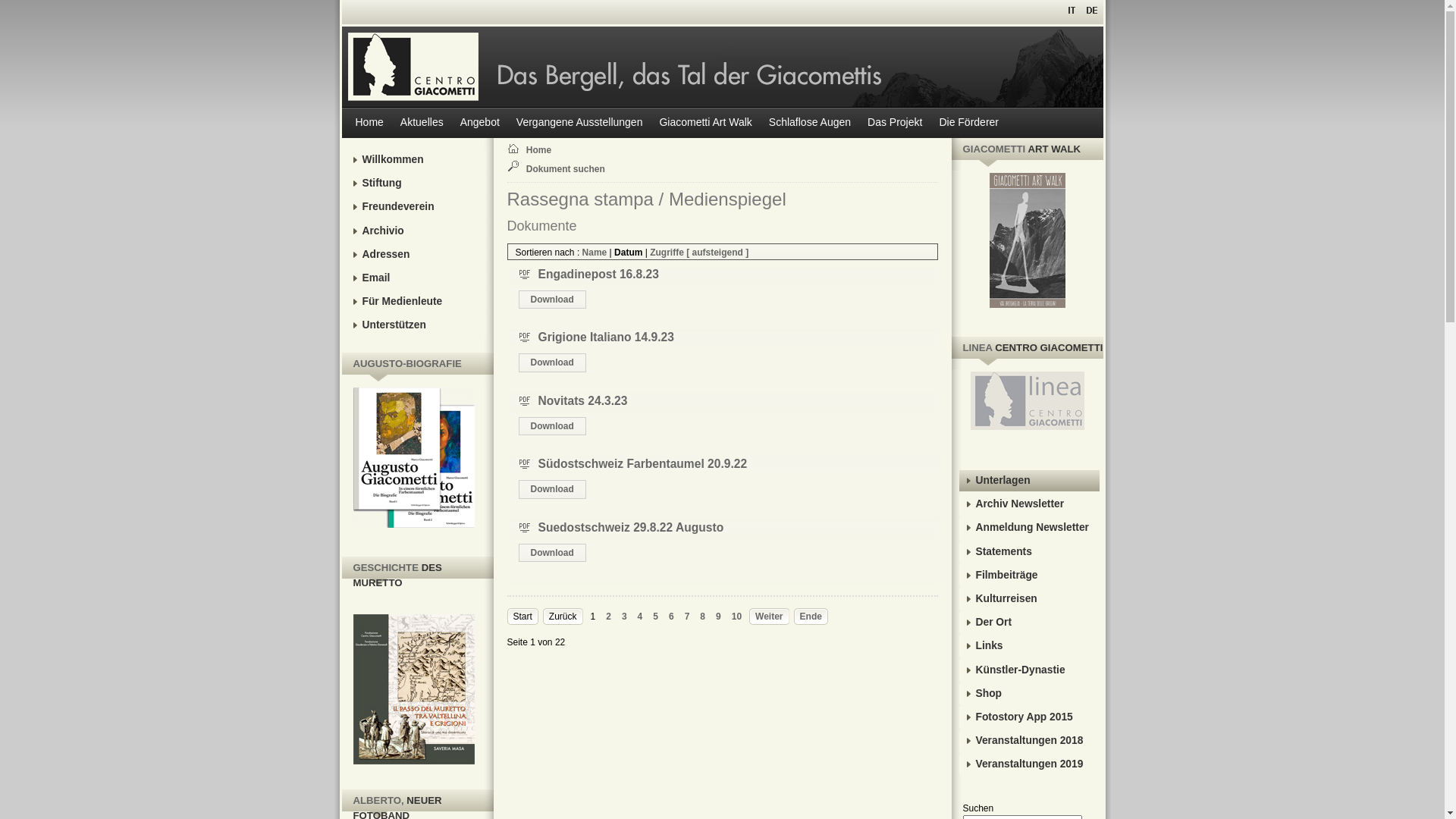  Describe the element at coordinates (1072, 9) in the screenshot. I see `'IT'` at that location.